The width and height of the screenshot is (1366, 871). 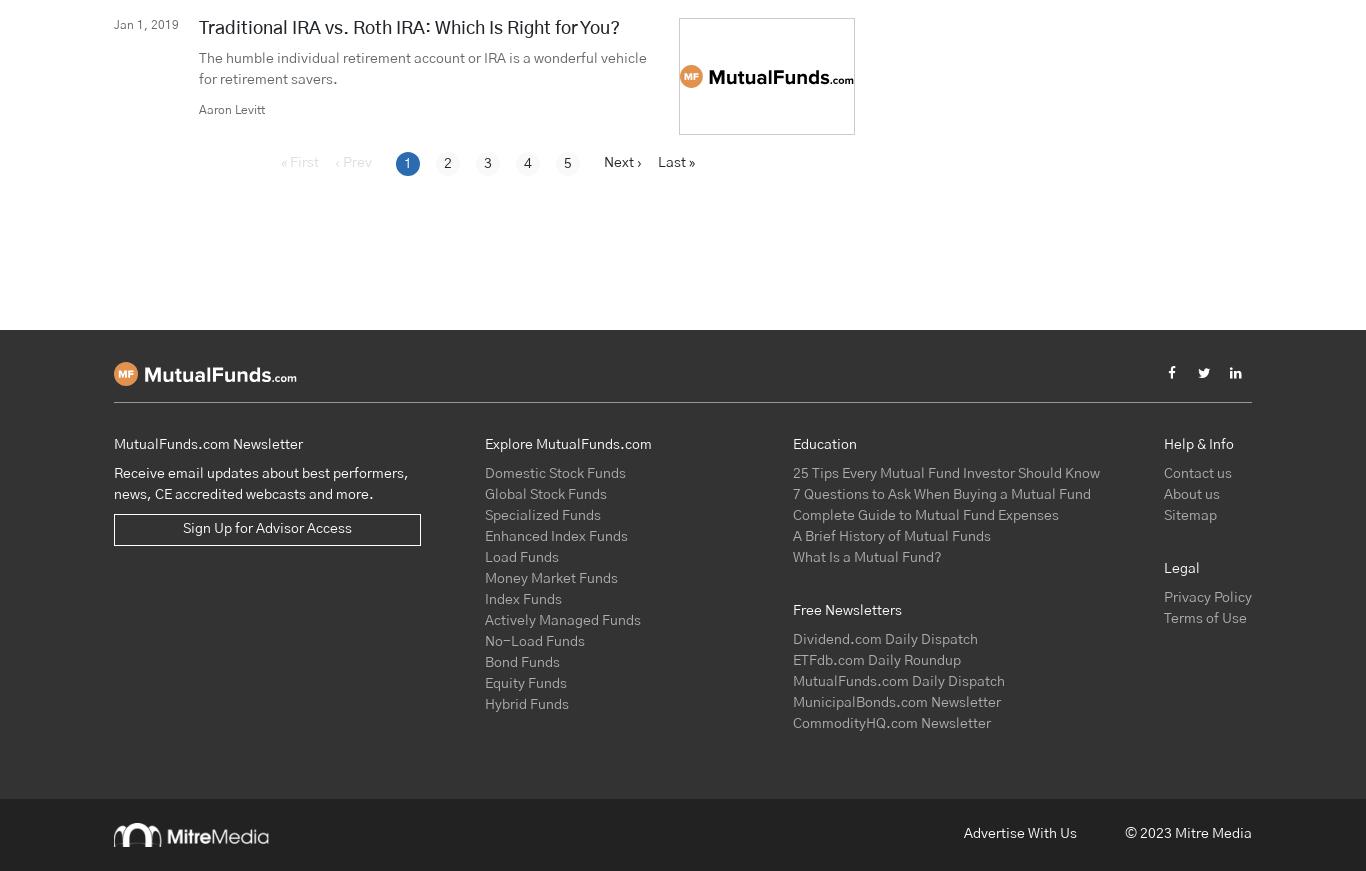 I want to click on 'Global Stock Funds', so click(x=485, y=494).